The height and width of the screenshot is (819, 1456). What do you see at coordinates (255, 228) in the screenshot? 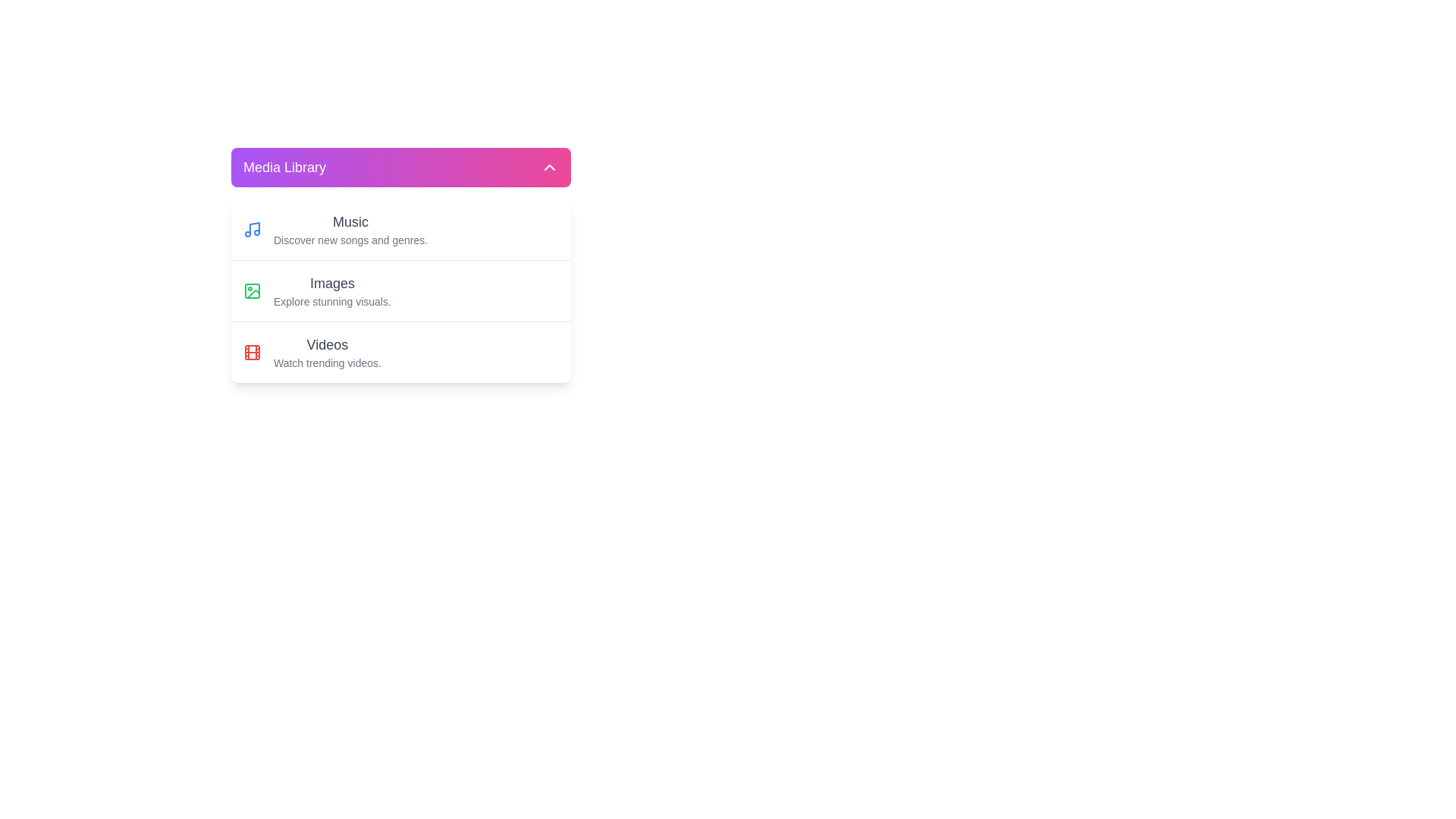
I see `the upper part of the blue music note icon, which is situated adjacent to the text 'Music' in the 'Media Library' section` at bounding box center [255, 228].